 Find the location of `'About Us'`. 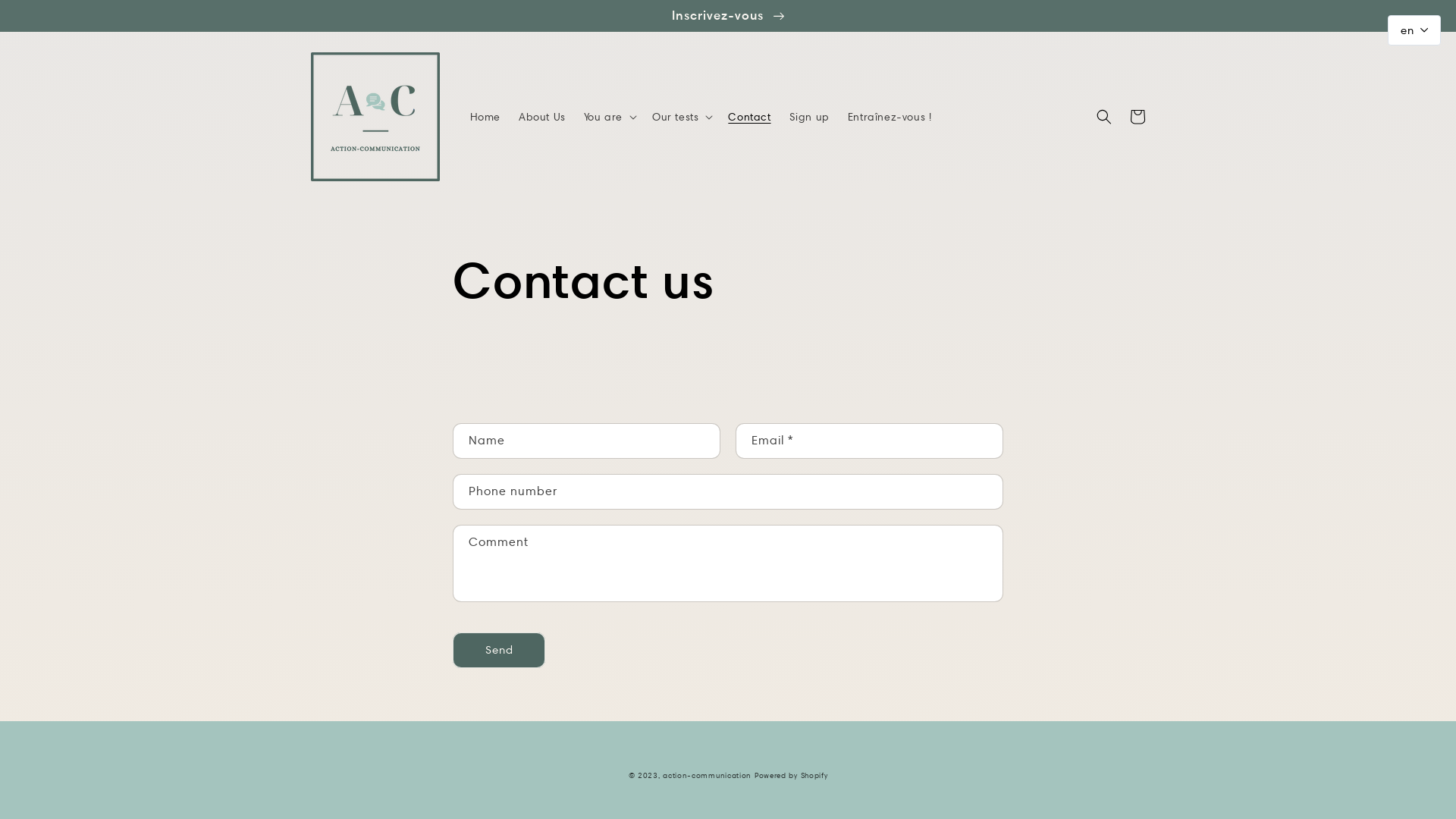

'About Us' is located at coordinates (542, 116).